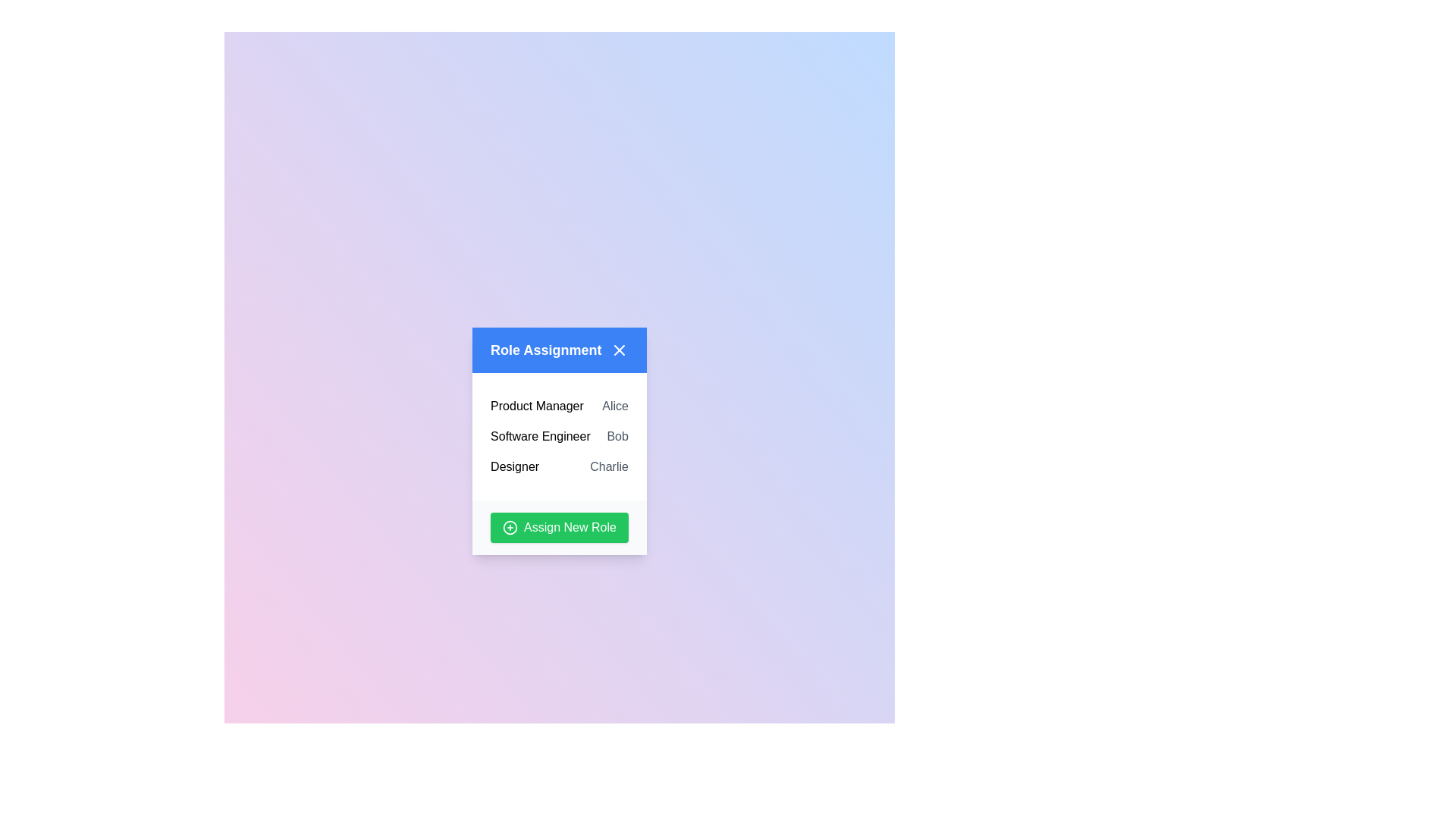  Describe the element at coordinates (559, 526) in the screenshot. I see `'Assign New Role' button to trigger the role assignment action` at that location.